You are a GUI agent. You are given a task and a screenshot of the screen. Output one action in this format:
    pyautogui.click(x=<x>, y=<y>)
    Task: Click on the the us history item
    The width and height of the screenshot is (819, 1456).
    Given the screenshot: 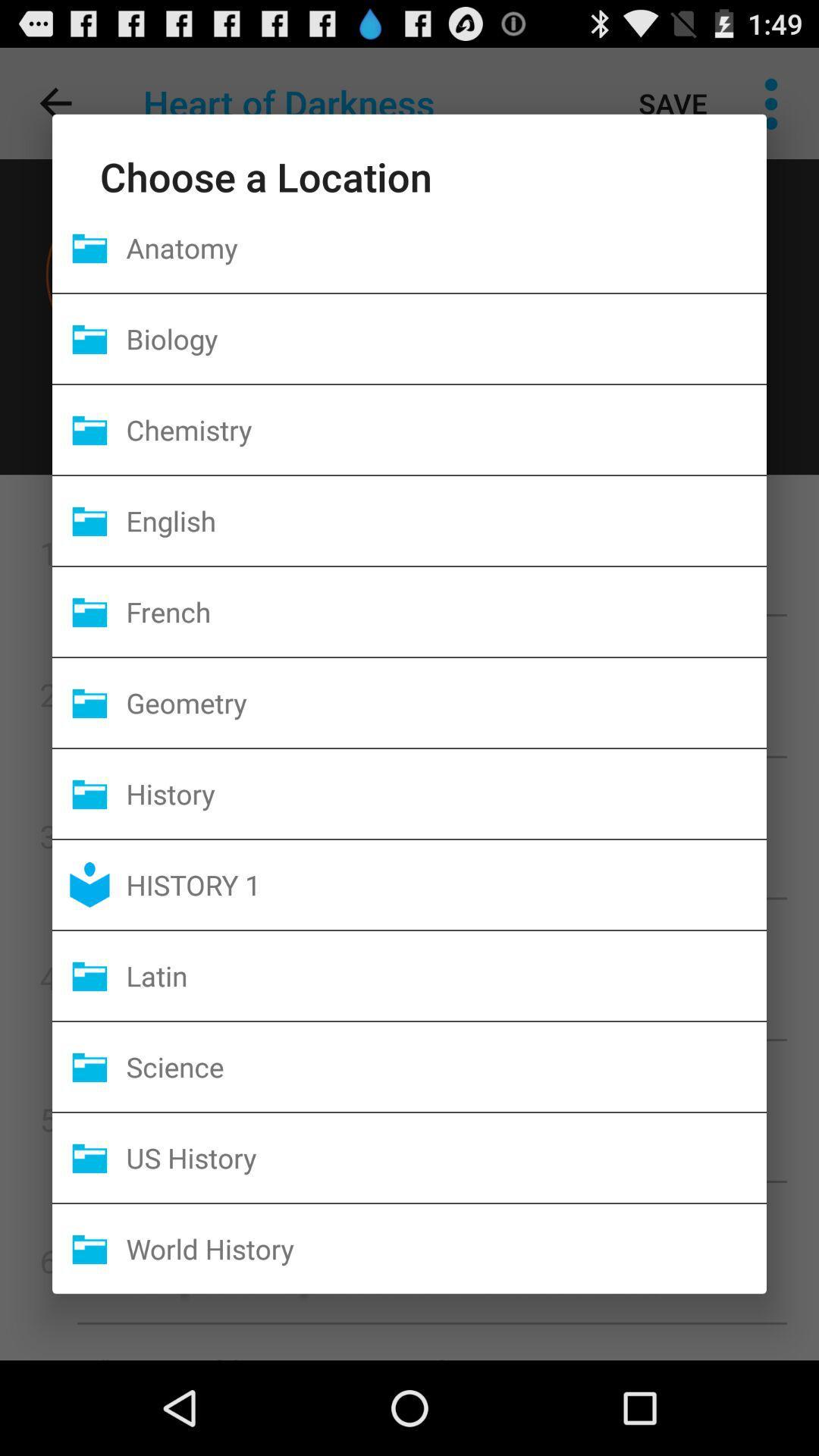 What is the action you would take?
    pyautogui.click(x=445, y=1156)
    